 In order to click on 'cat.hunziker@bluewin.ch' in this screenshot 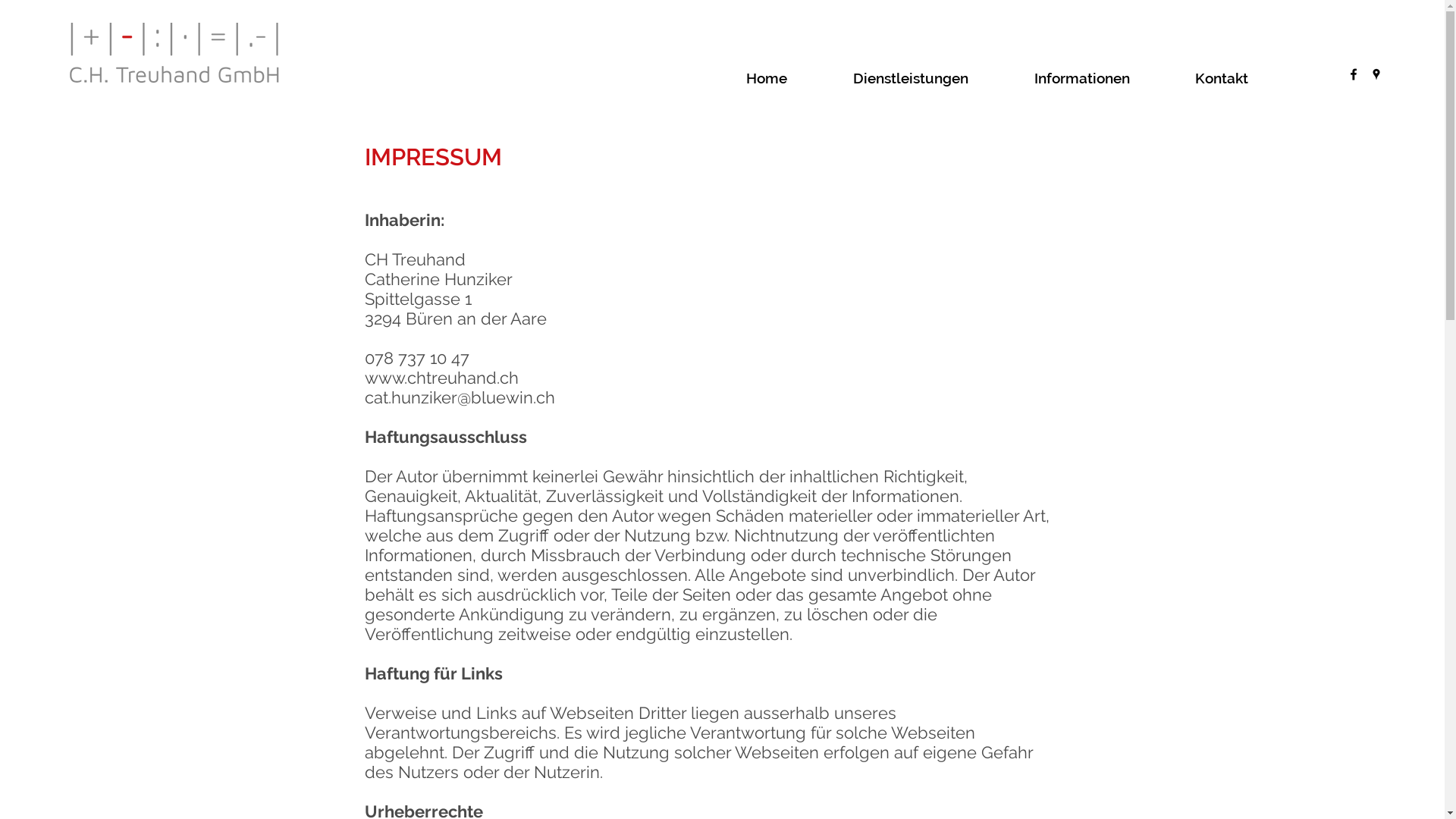, I will do `click(458, 397)`.